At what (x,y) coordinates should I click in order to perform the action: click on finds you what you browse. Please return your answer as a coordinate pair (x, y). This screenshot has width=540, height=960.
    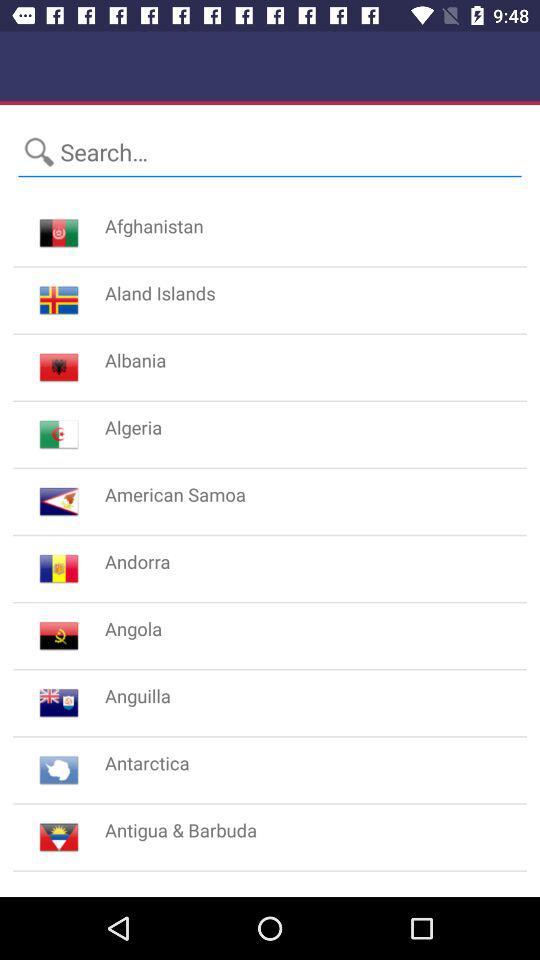
    Looking at the image, I should click on (270, 151).